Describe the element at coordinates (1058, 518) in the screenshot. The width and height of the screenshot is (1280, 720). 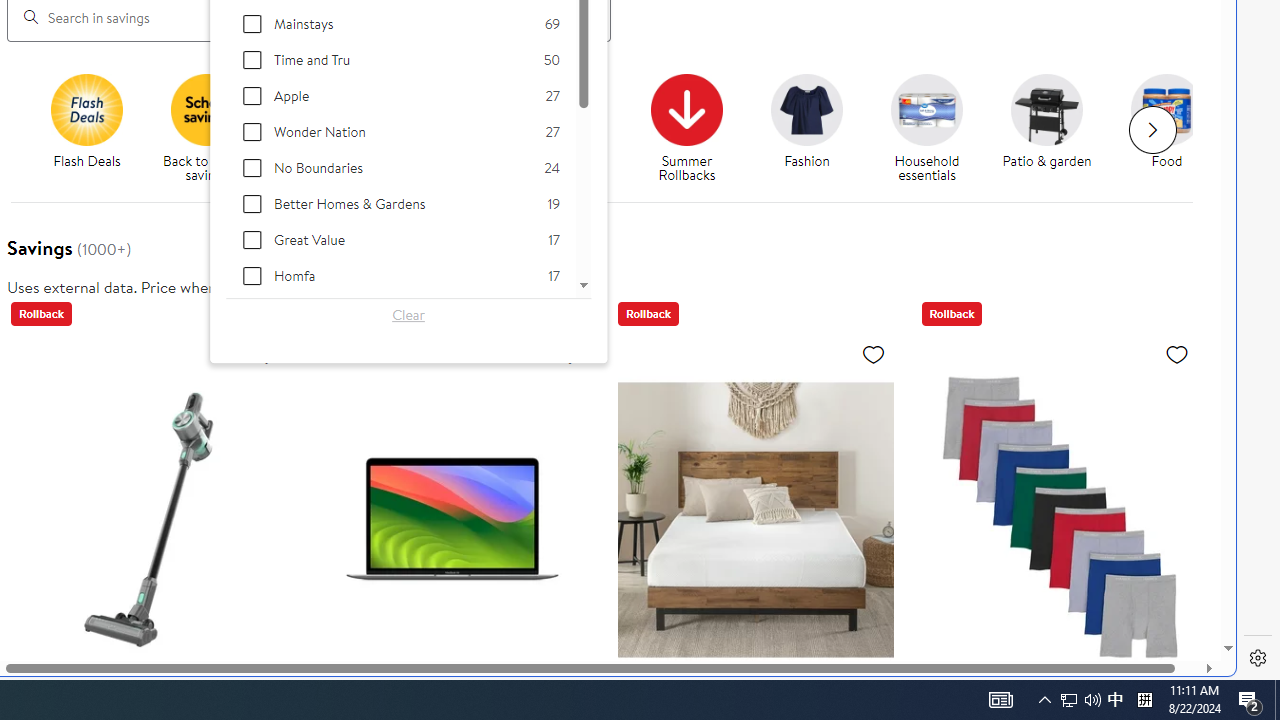
I see `'Hanes Men'` at that location.